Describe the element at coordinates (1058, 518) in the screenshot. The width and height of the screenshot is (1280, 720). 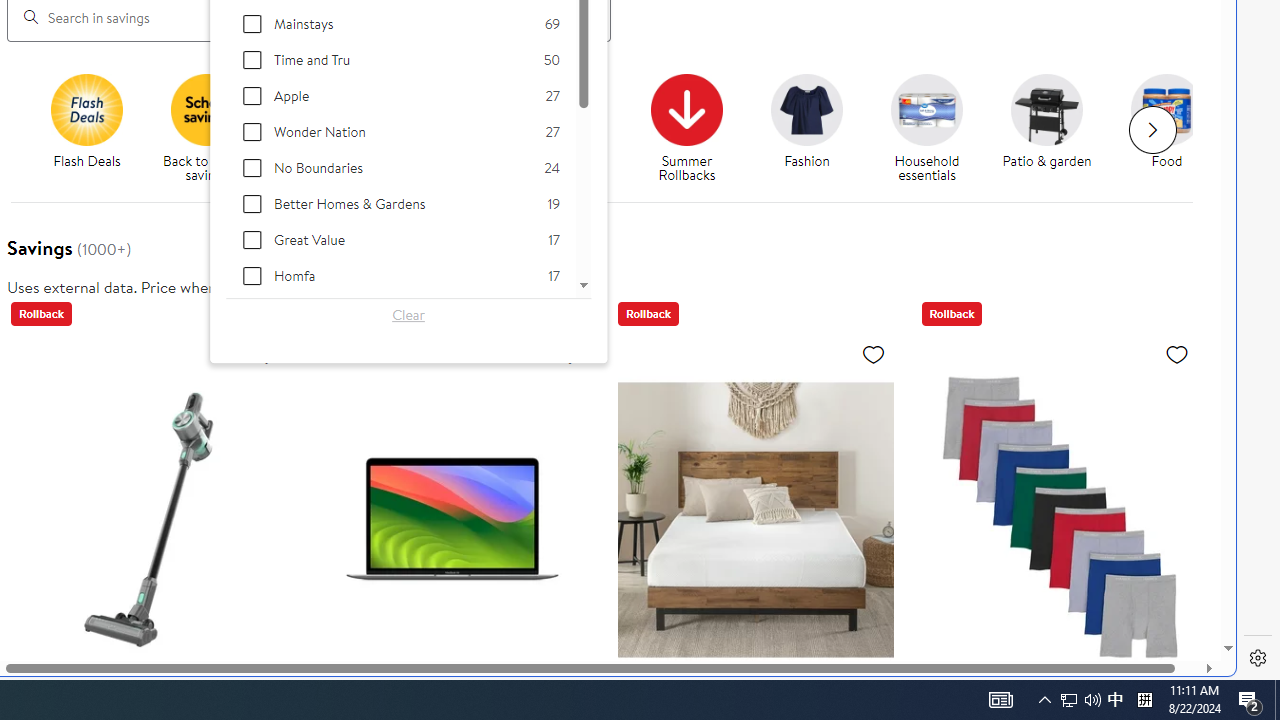
I see `'Hanes Men'` at that location.